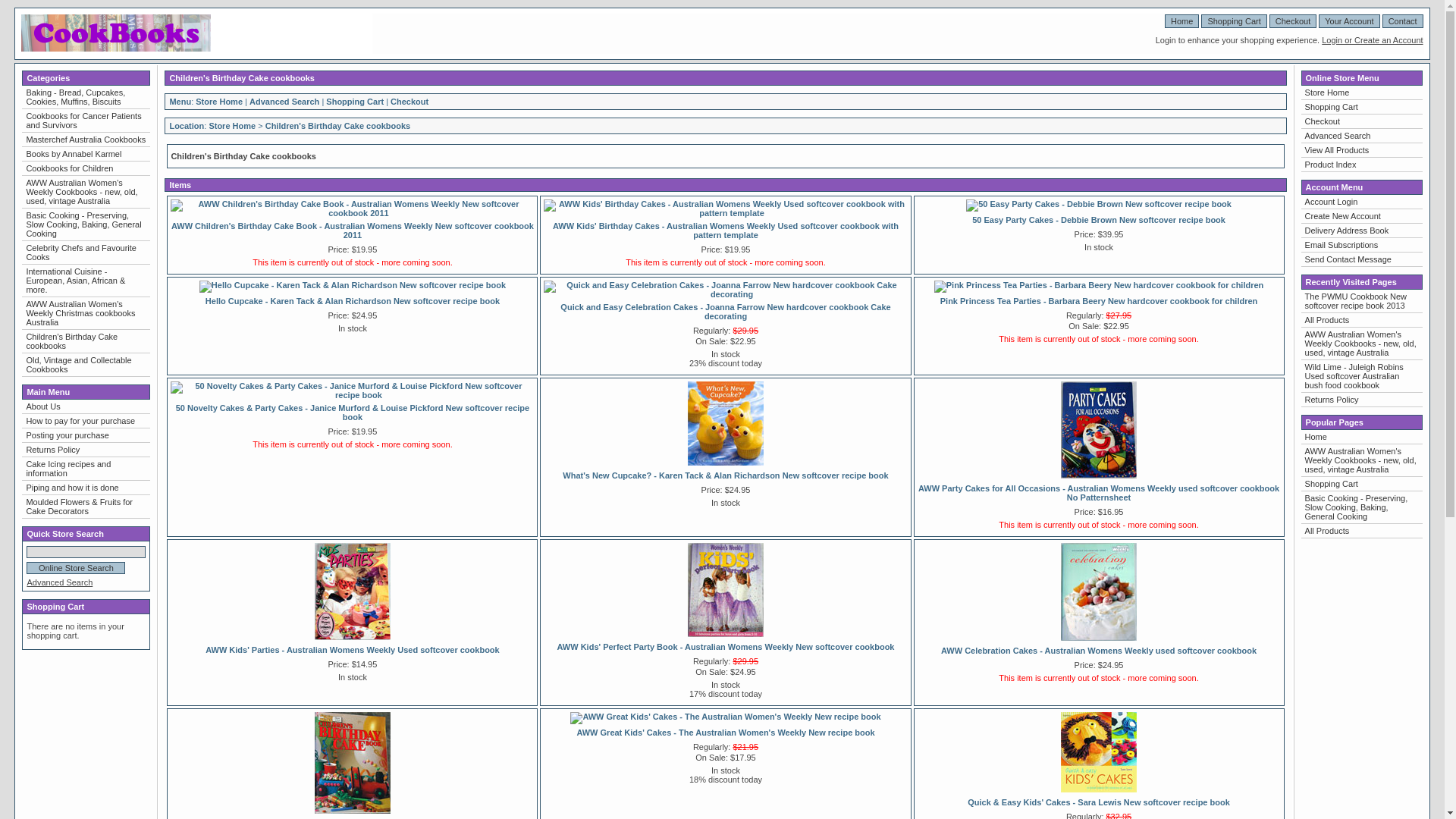 The height and width of the screenshot is (819, 1456). I want to click on 'Online Store Search', so click(75, 567).